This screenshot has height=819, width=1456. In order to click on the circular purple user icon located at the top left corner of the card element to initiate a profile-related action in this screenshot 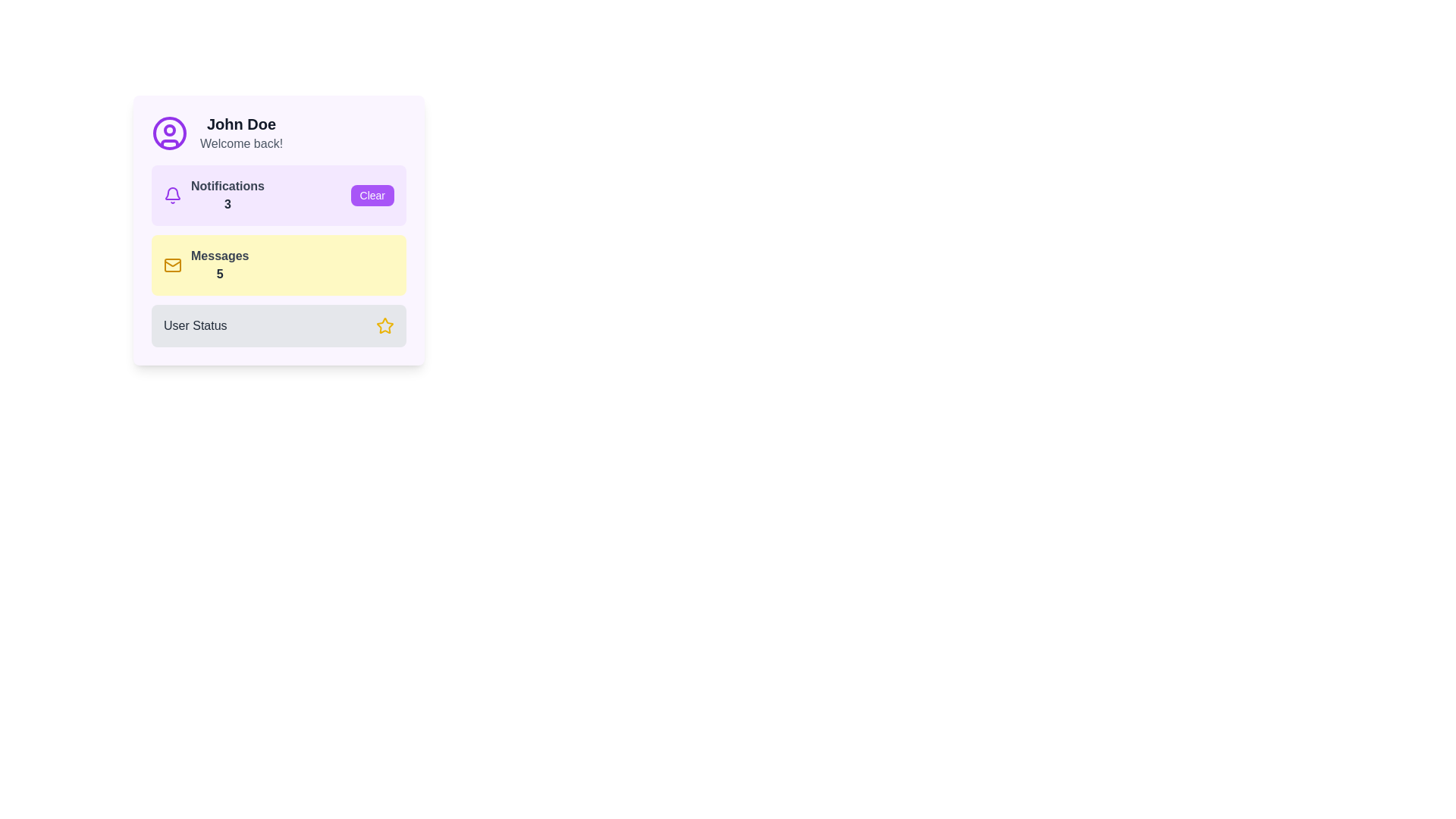, I will do `click(170, 133)`.